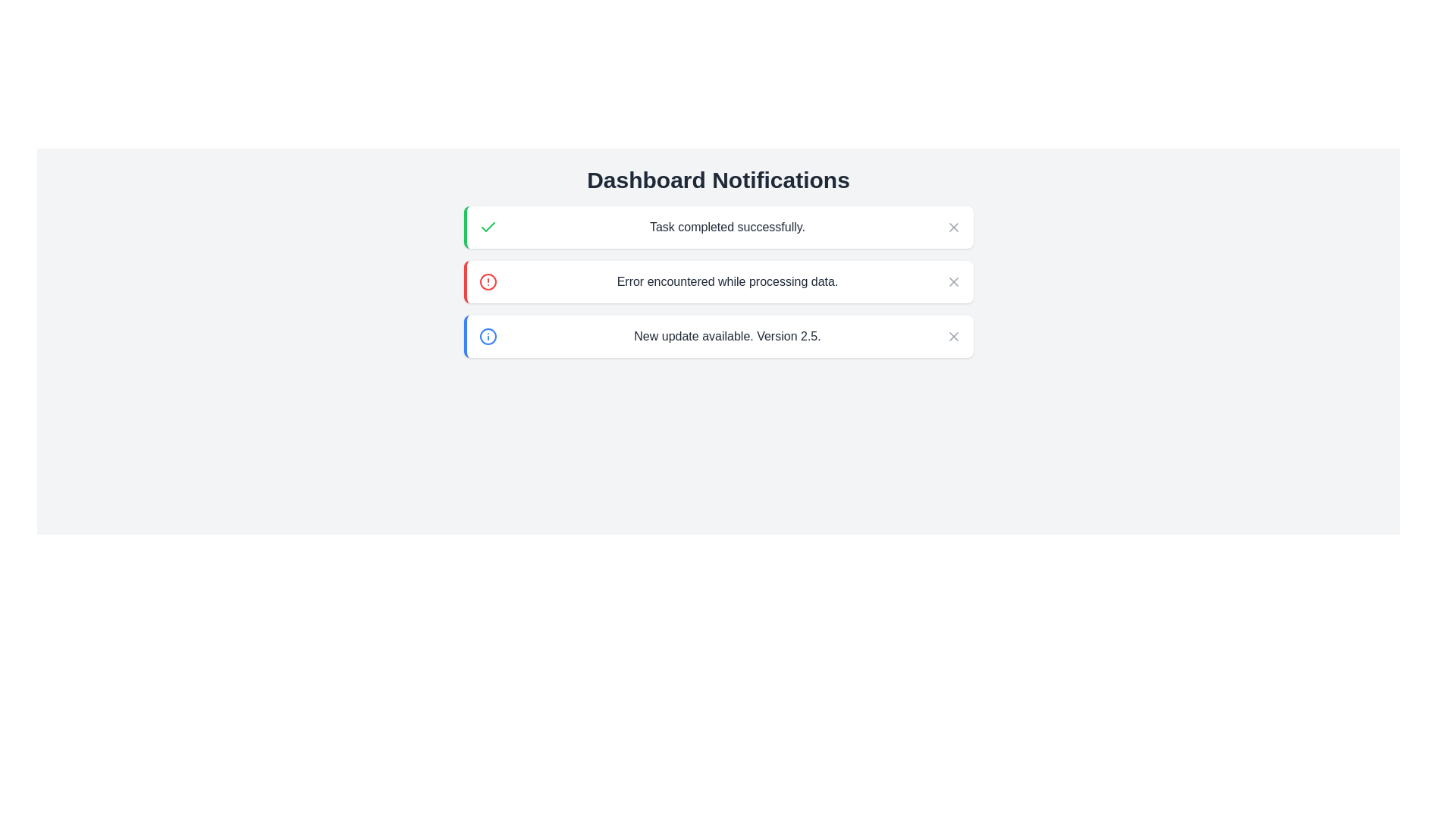  Describe the element at coordinates (488, 227) in the screenshot. I see `the success icon located on the left side of the notification box that indicates 'Task completed successfully.'` at that location.